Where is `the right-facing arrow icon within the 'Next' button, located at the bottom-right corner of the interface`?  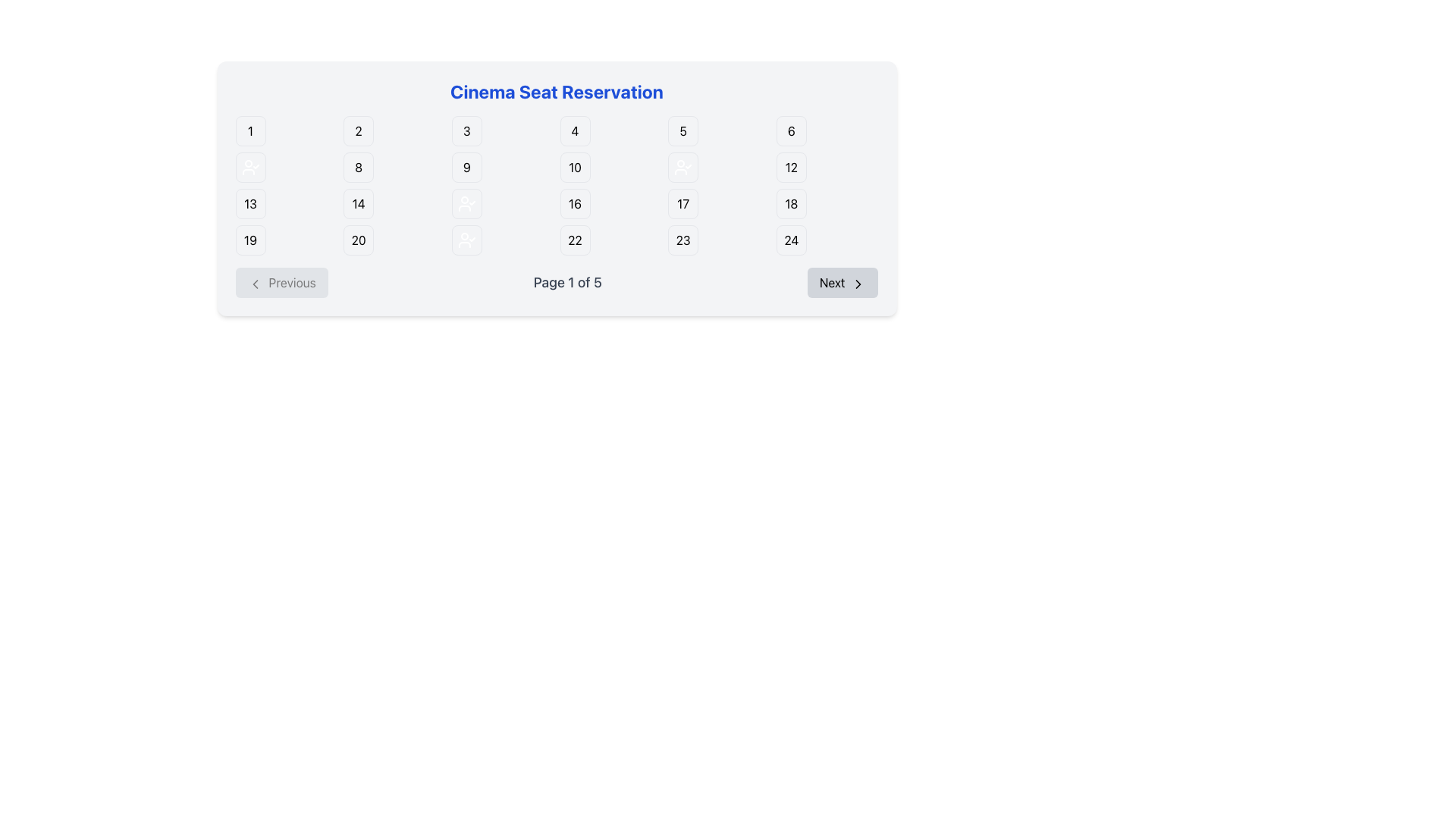 the right-facing arrow icon within the 'Next' button, located at the bottom-right corner of the interface is located at coordinates (858, 284).